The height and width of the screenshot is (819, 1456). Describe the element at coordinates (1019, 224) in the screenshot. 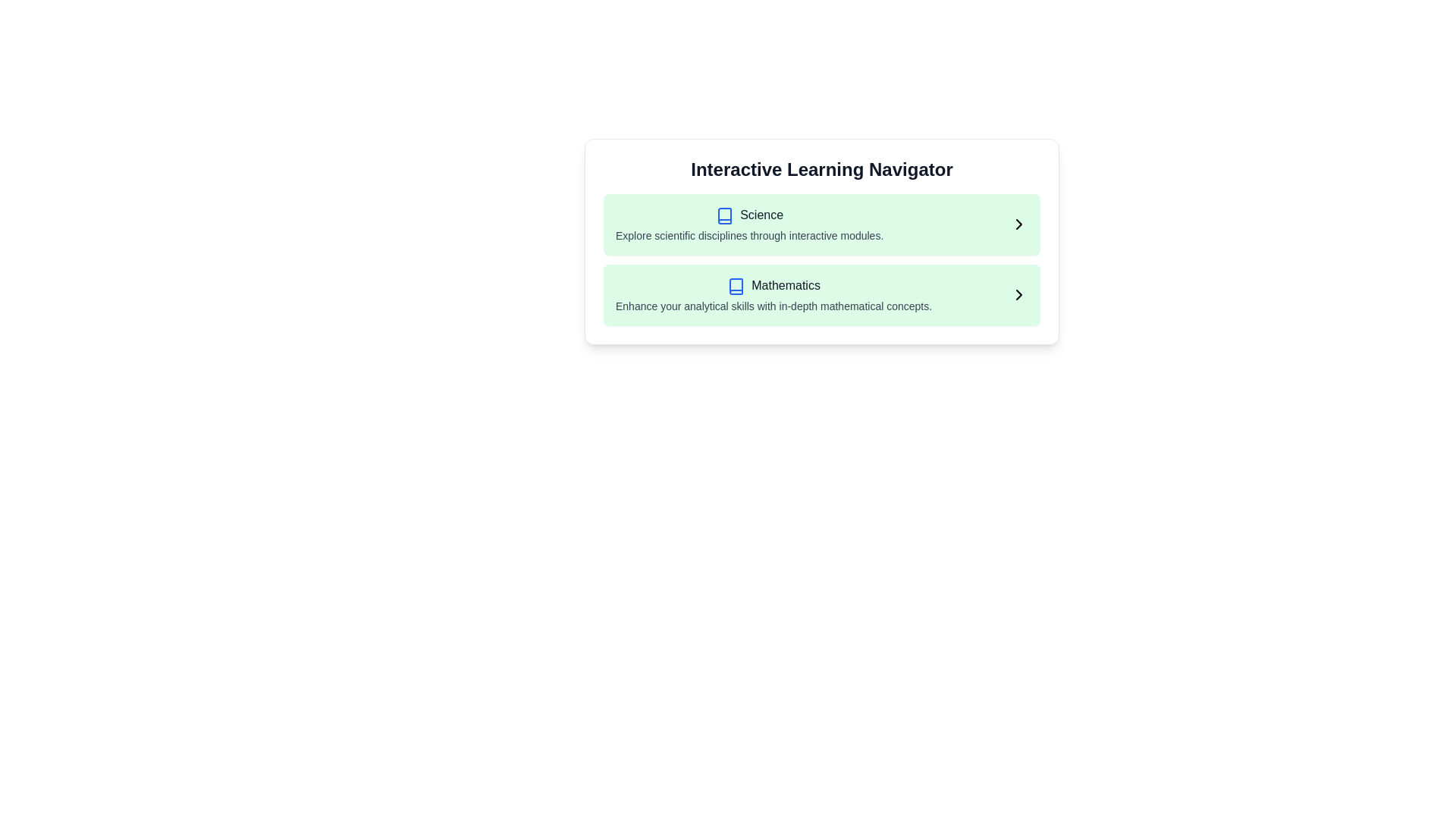

I see `the right-pointing chevron icon styled with thin black lines and rounded edges, located to the right of the entry titled 'Science'` at that location.